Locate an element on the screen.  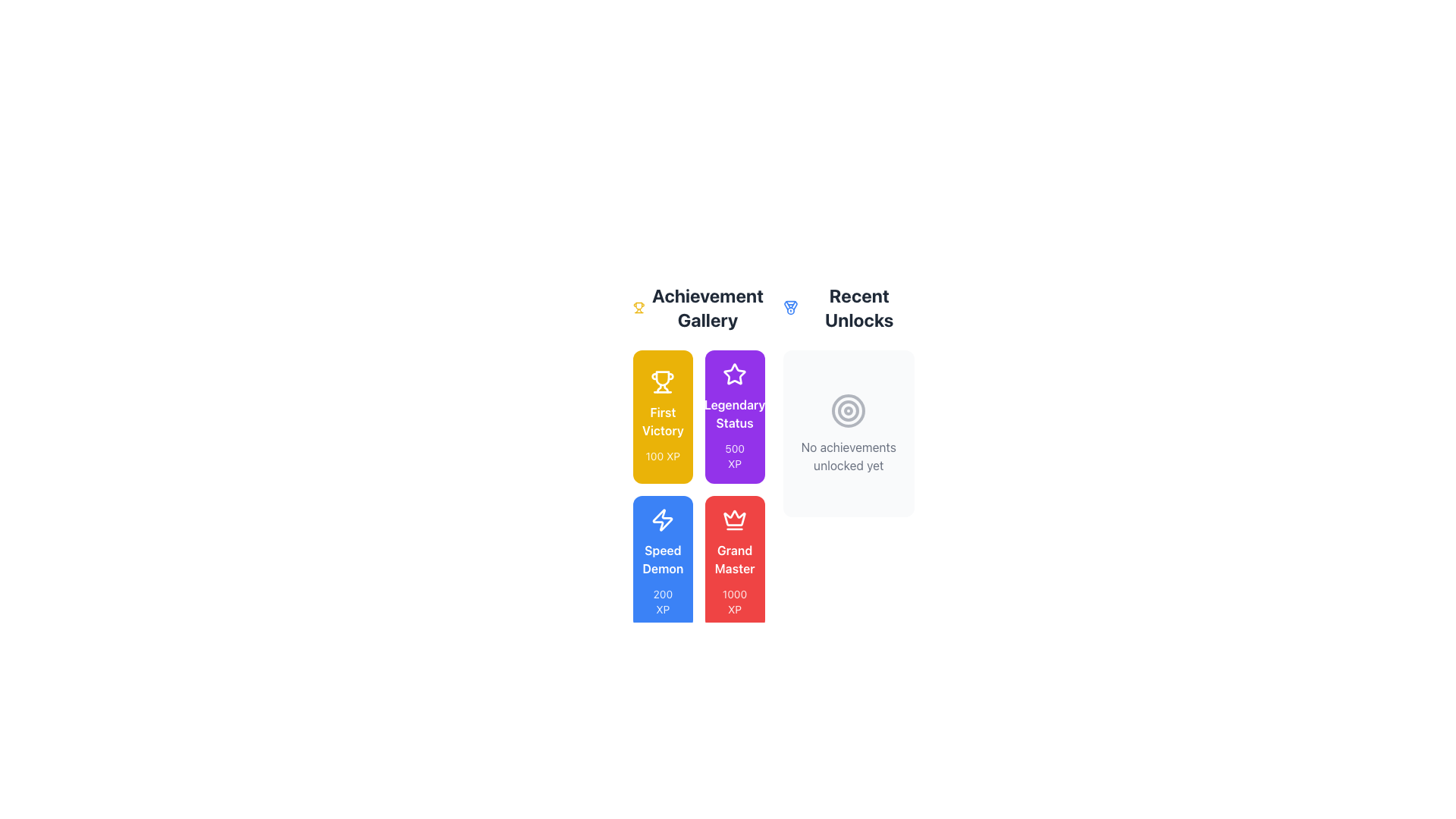
the text label displaying '1000 XP' located at the bottom-right of the red card labeled 'Grand Master' is located at coordinates (735, 601).